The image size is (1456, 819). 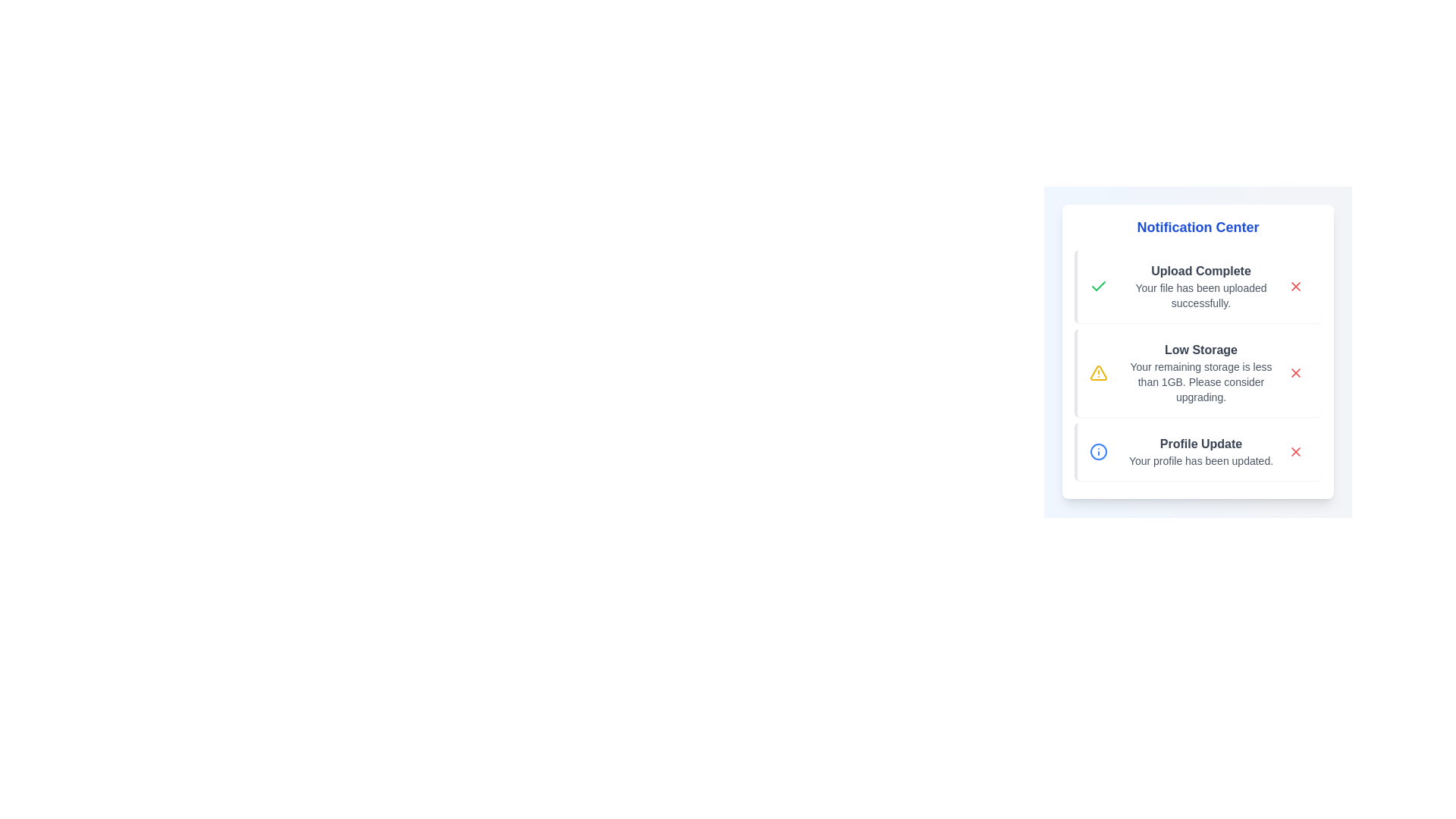 What do you see at coordinates (1294, 451) in the screenshot?
I see `the close icon located` at bounding box center [1294, 451].